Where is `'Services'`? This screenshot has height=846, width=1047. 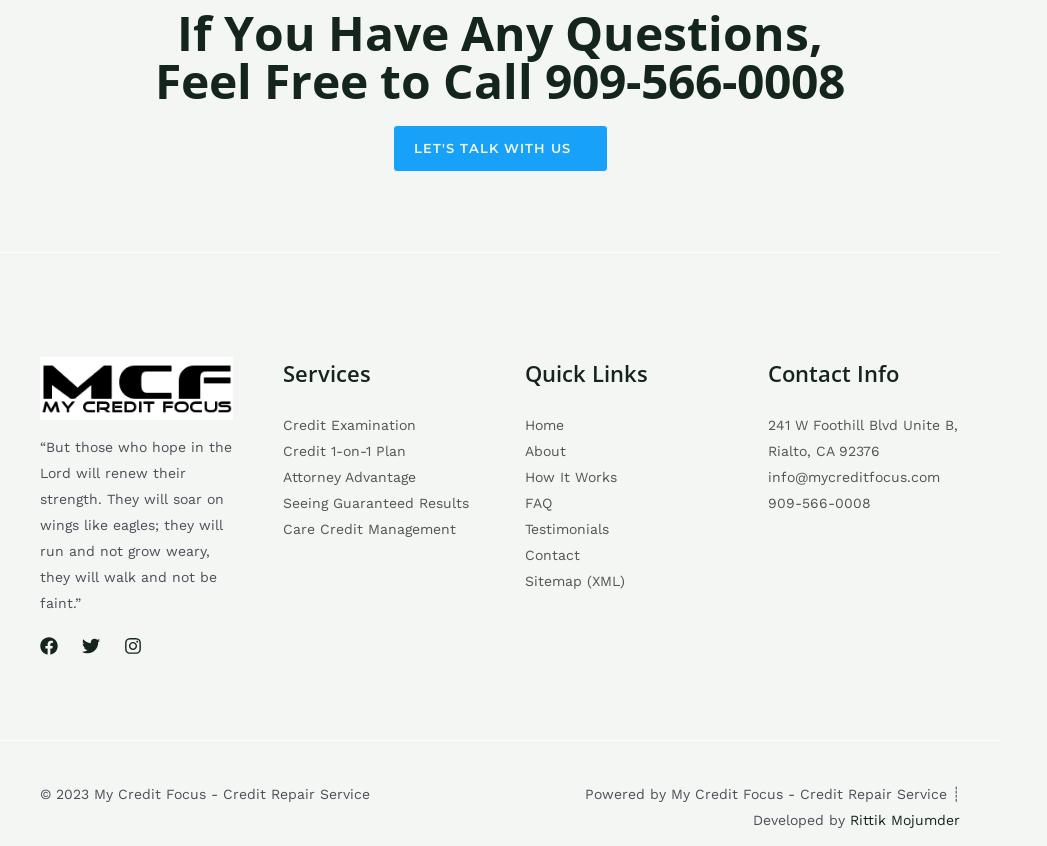
'Services' is located at coordinates (325, 371).